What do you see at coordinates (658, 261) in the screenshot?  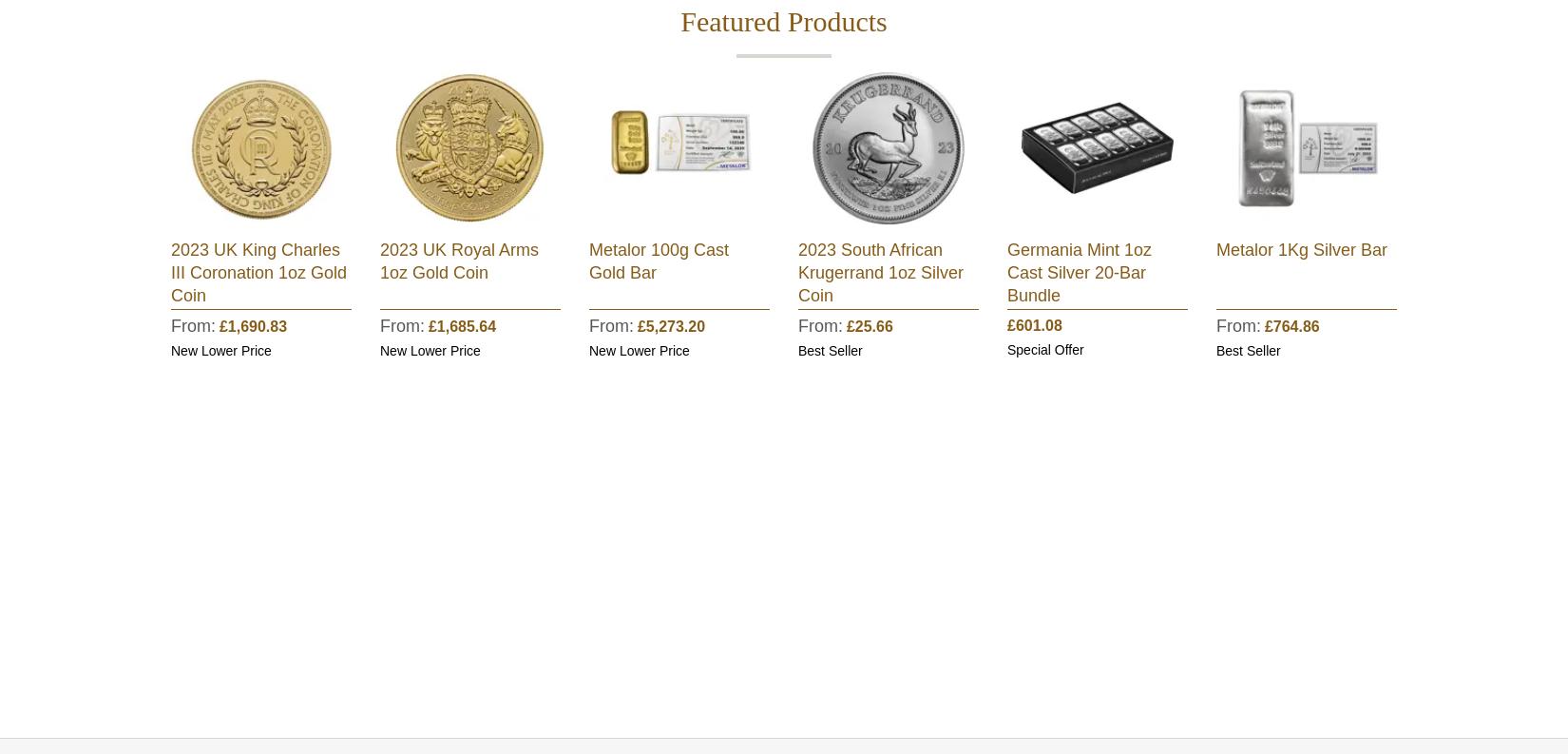 I see `'Metalor 100g Cast Gold Bar'` at bounding box center [658, 261].